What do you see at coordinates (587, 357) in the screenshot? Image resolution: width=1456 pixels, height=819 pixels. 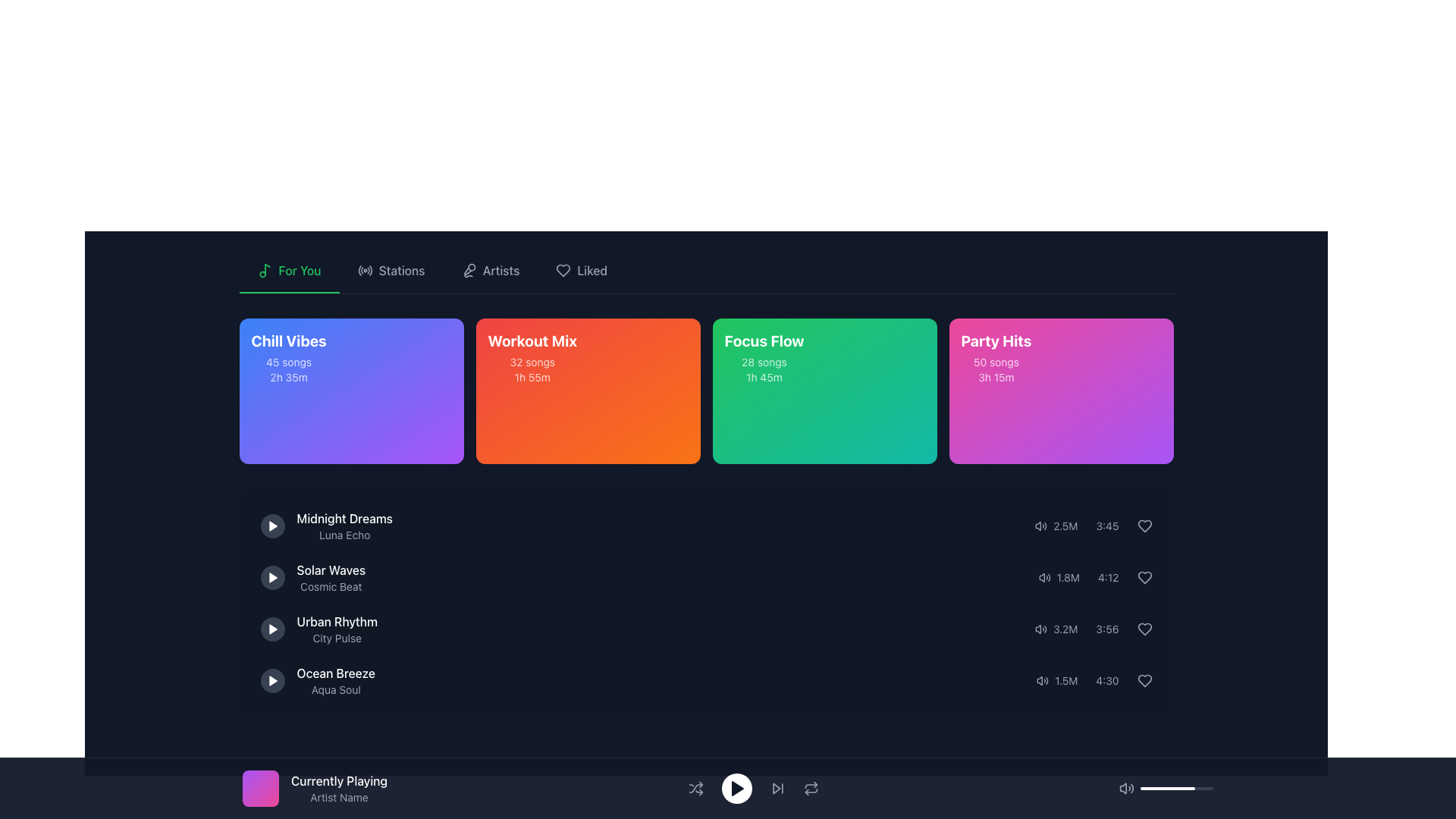 I see `the 'Workout Mix' Playlist card, which is the second card in the row of music playlists` at bounding box center [587, 357].